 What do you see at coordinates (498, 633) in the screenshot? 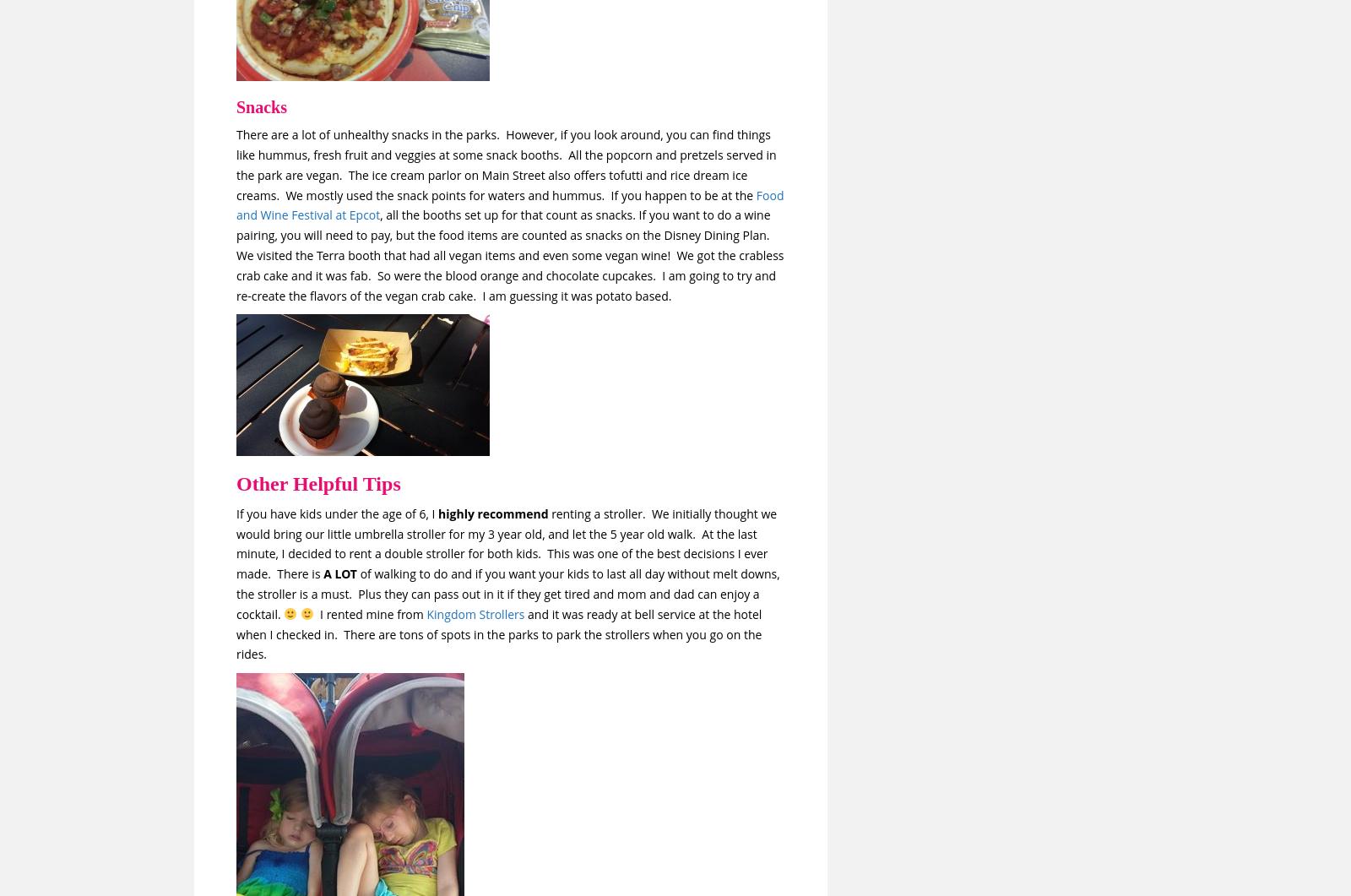
I see `'and it was ready at bell service at the hotel when I checked in.  There are tons of spots in the parks to park the strollers when you go on the rides.'` at bounding box center [498, 633].